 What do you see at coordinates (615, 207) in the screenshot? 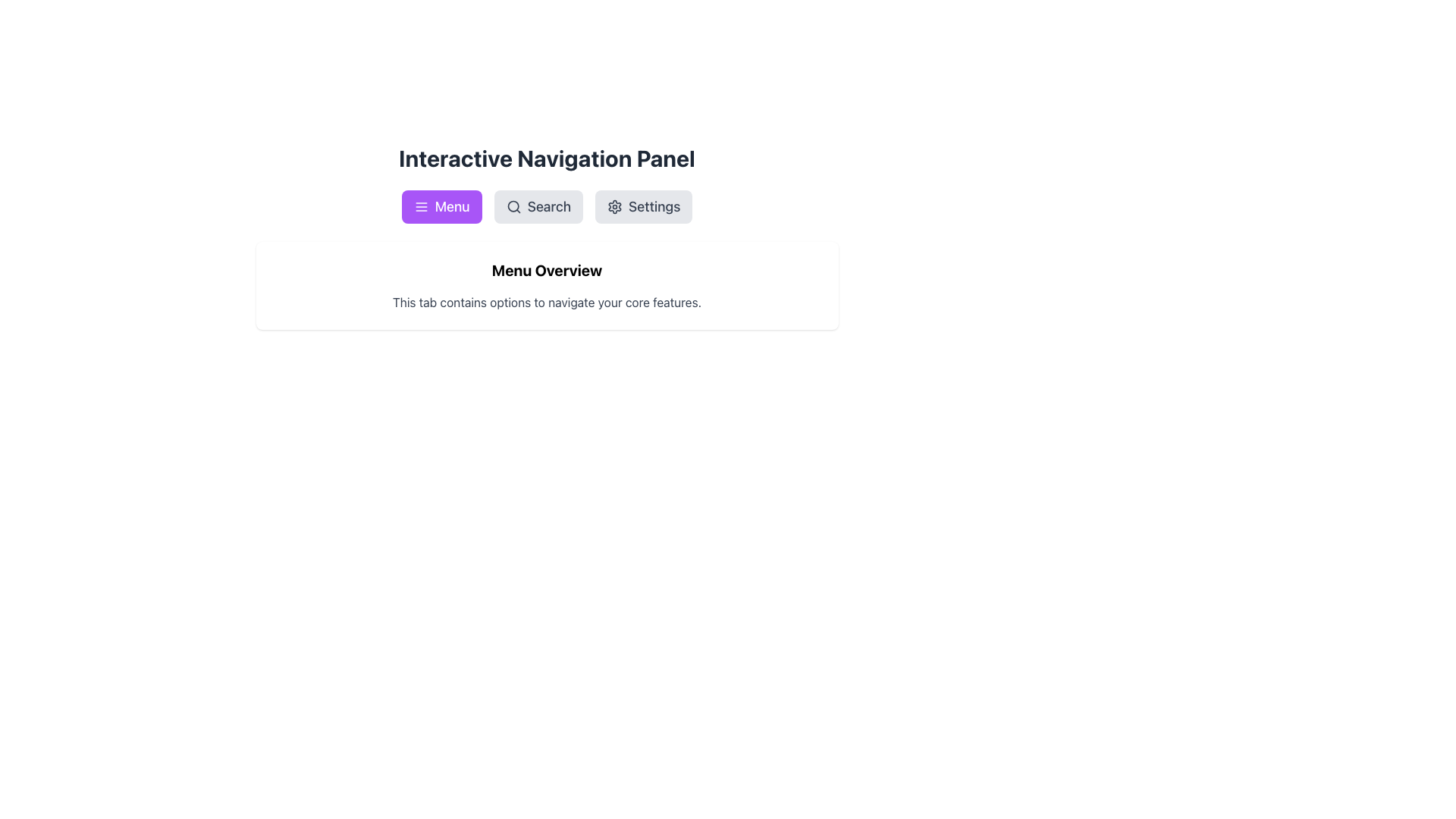
I see `the gear icon representing the settings option located within the 'Settings' button on the rightmost side of the horizontal menu bar` at bounding box center [615, 207].